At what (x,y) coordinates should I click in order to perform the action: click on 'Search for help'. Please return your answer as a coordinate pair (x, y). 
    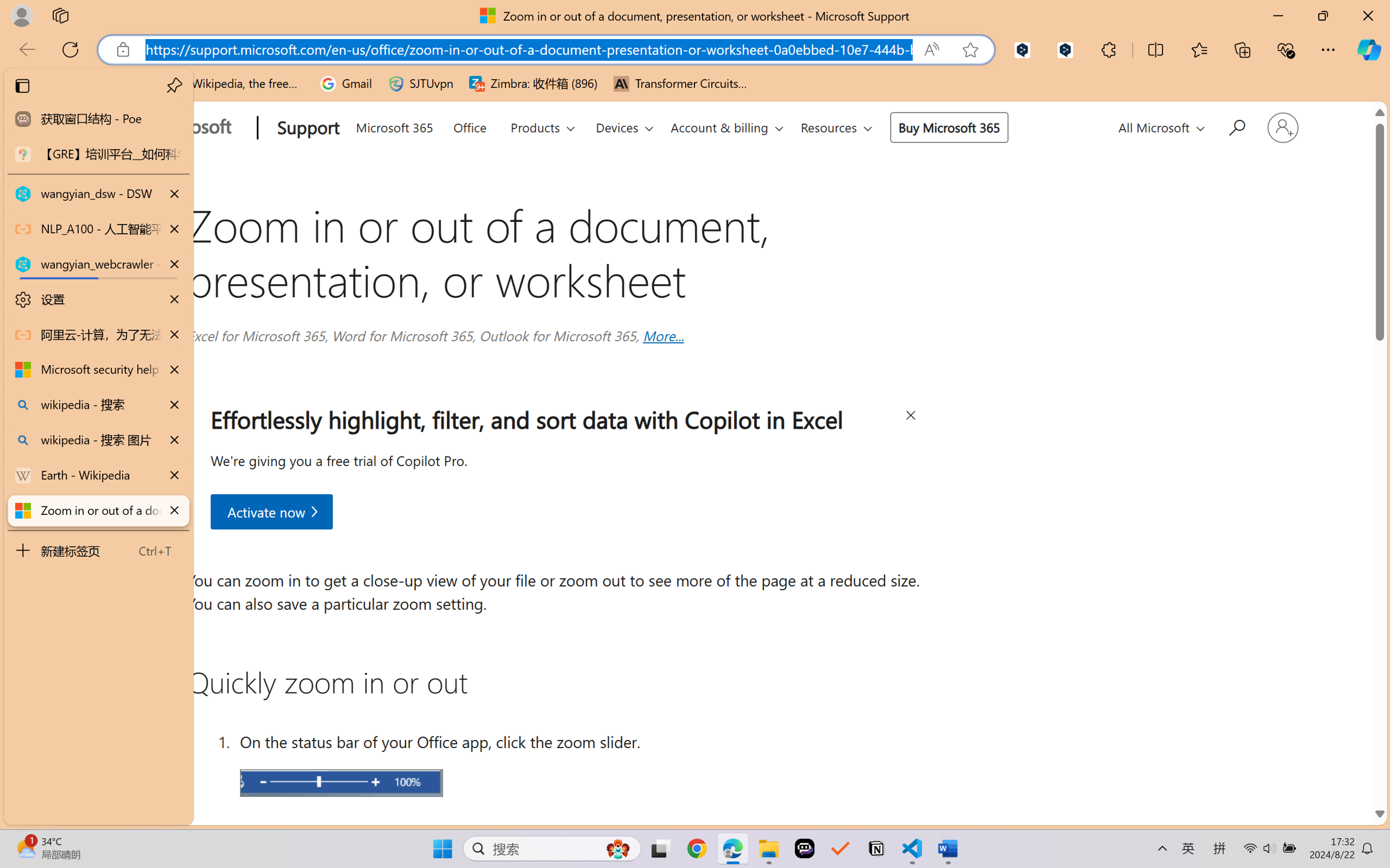
    Looking at the image, I should click on (1235, 125).